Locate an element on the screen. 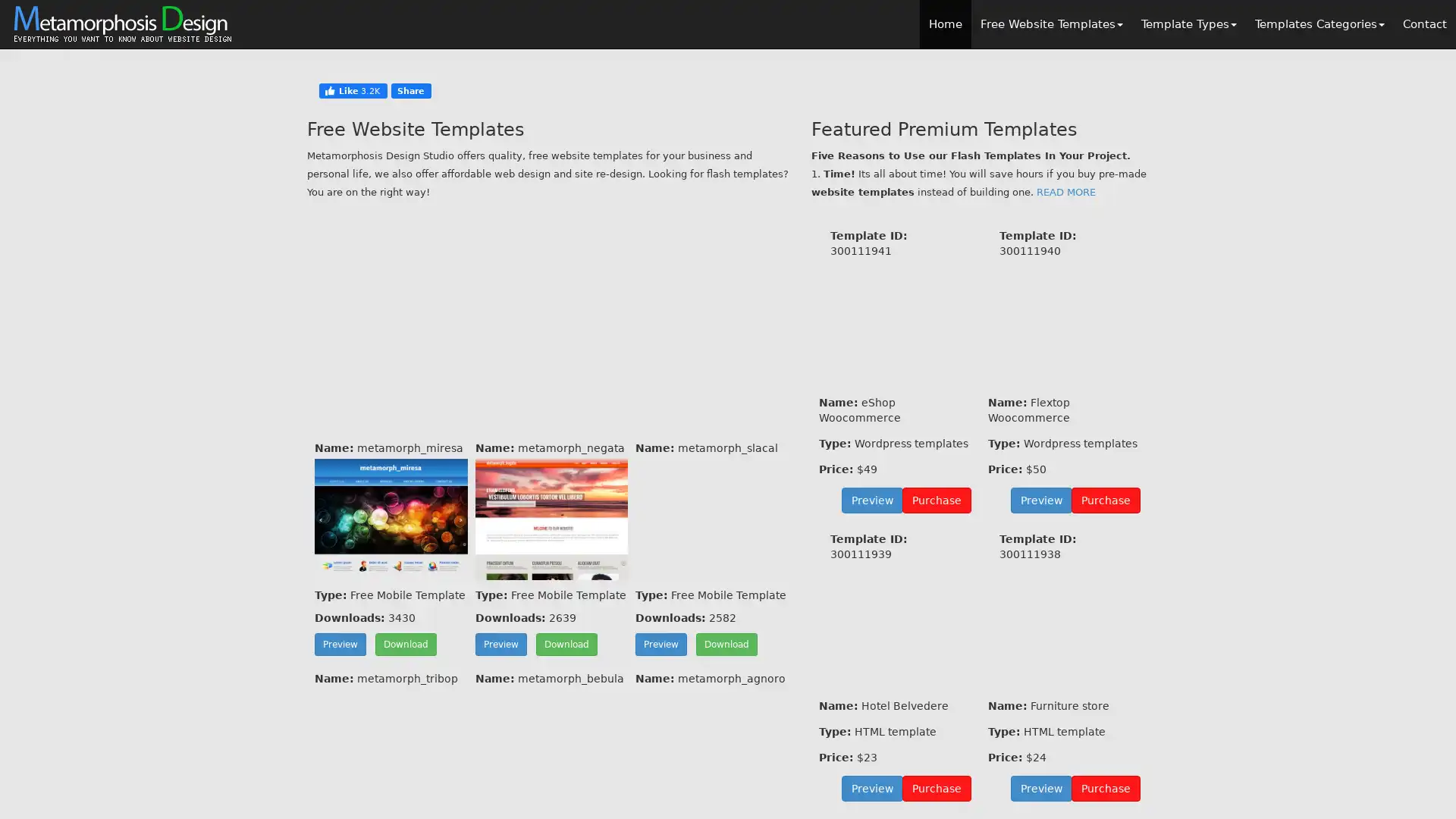 The width and height of the screenshot is (1456, 819). Purchase is located at coordinates (1105, 788).